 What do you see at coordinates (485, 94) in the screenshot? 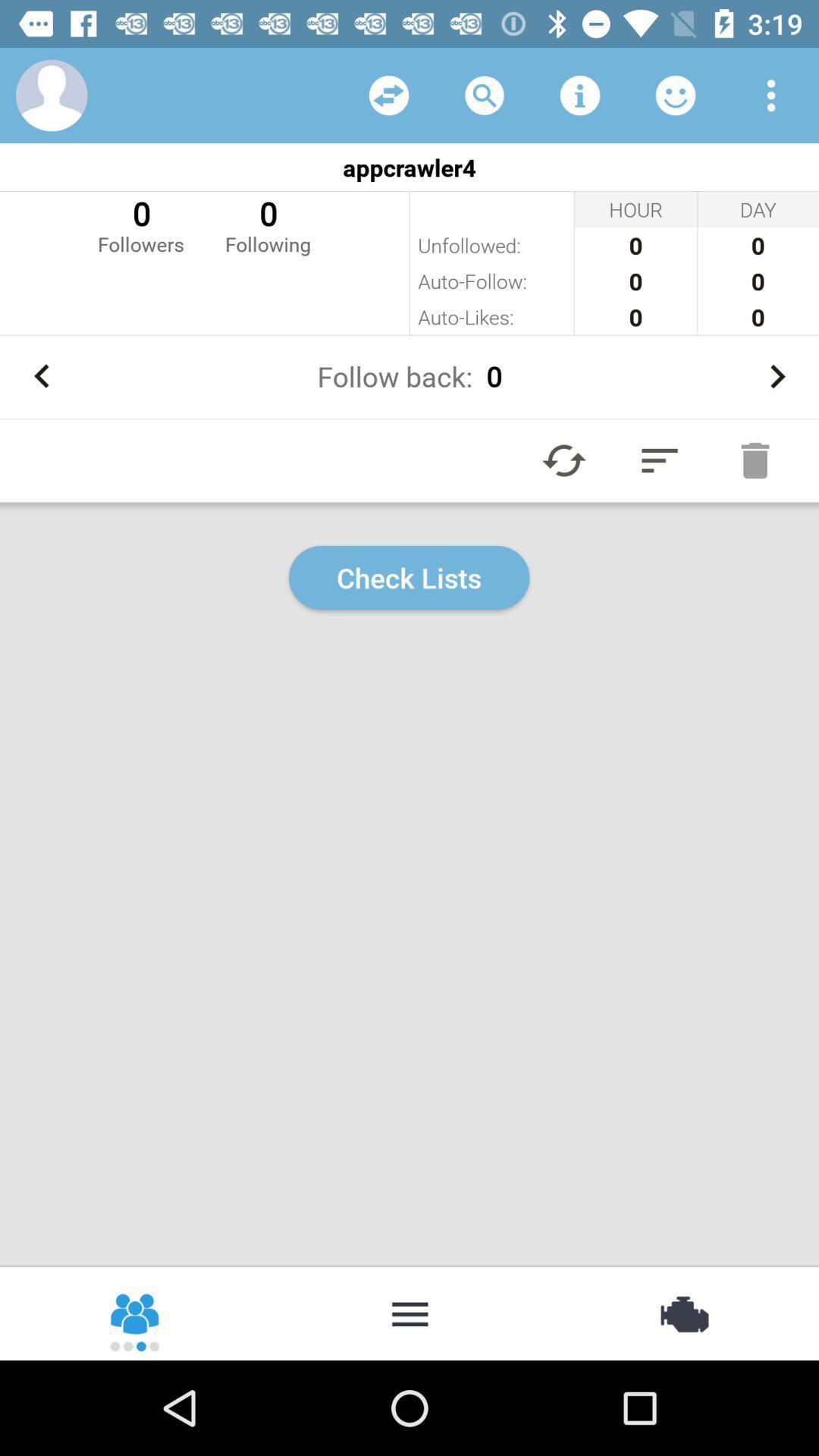
I see `icon above appcrawler4 item` at bounding box center [485, 94].